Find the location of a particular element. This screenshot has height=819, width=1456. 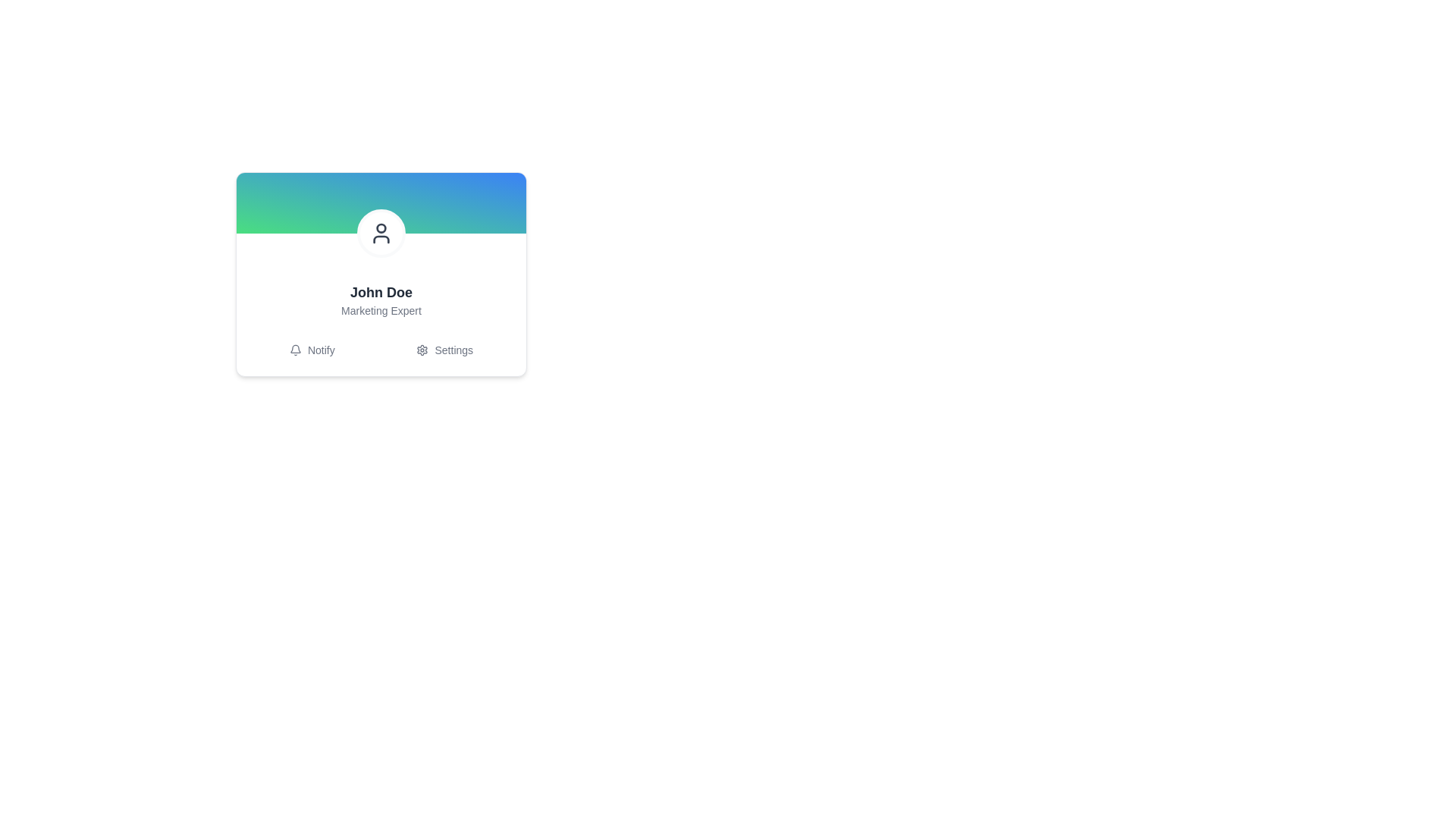

the bell-shaped notification icon located near the 'Notify' label at the bottom left of the card interface is located at coordinates (295, 349).